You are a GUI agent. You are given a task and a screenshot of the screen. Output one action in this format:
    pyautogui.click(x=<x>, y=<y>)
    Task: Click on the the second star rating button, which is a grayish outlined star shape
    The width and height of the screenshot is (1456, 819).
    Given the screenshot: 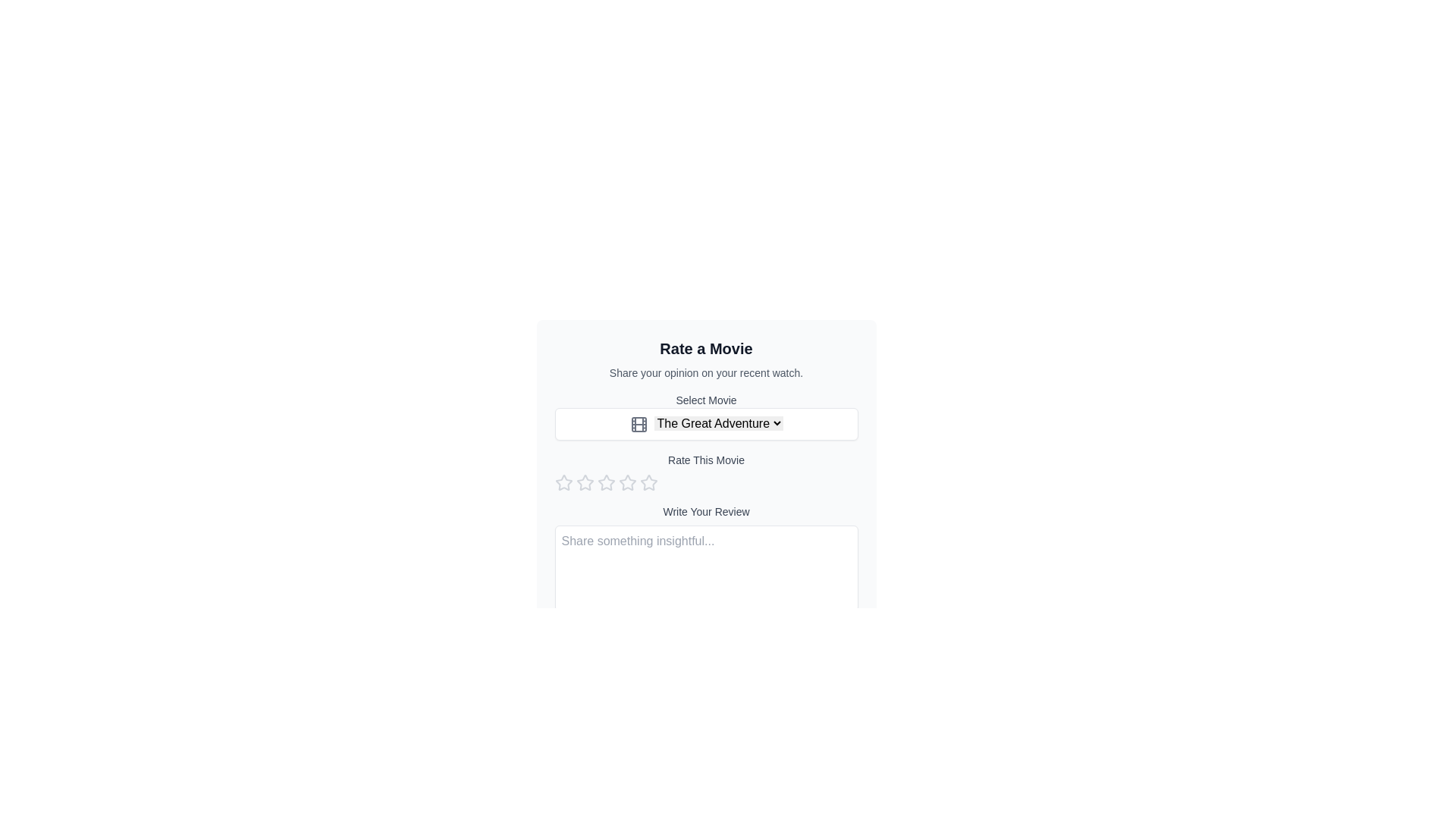 What is the action you would take?
    pyautogui.click(x=605, y=482)
    